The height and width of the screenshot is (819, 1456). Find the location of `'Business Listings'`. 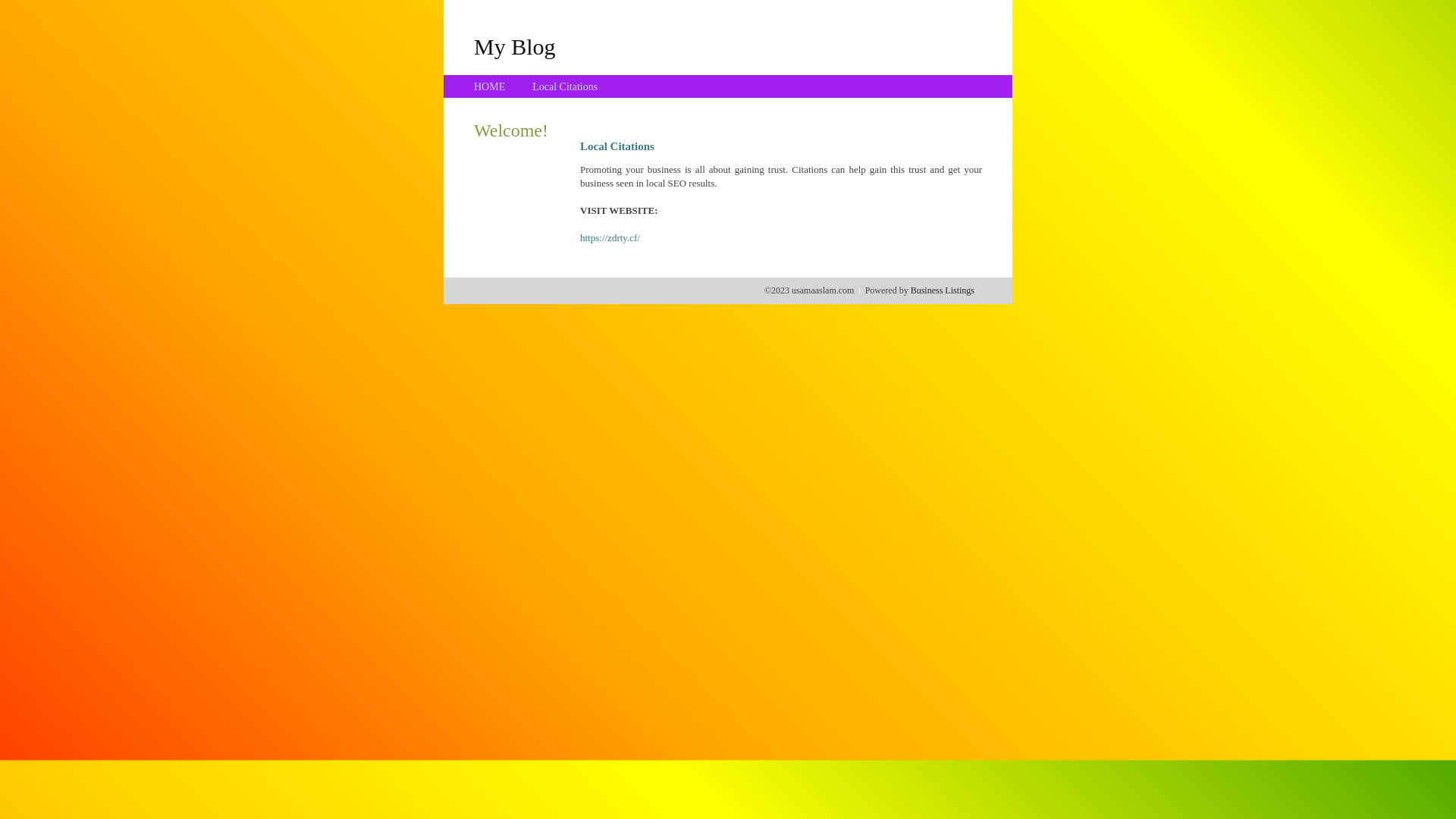

'Business Listings' is located at coordinates (910, 290).